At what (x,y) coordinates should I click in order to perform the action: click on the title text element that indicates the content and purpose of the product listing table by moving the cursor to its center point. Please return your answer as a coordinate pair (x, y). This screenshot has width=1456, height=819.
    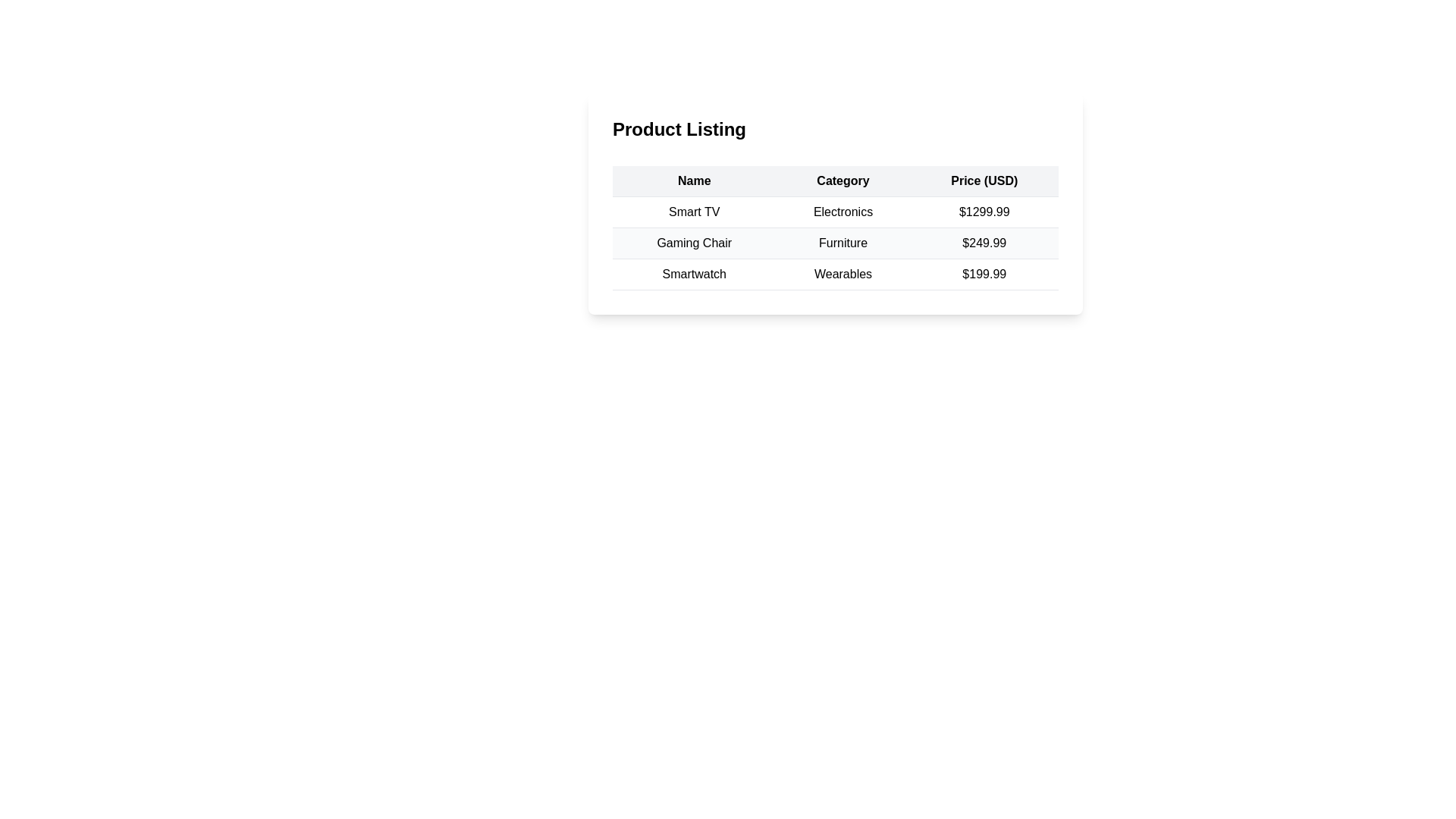
    Looking at the image, I should click on (835, 131).